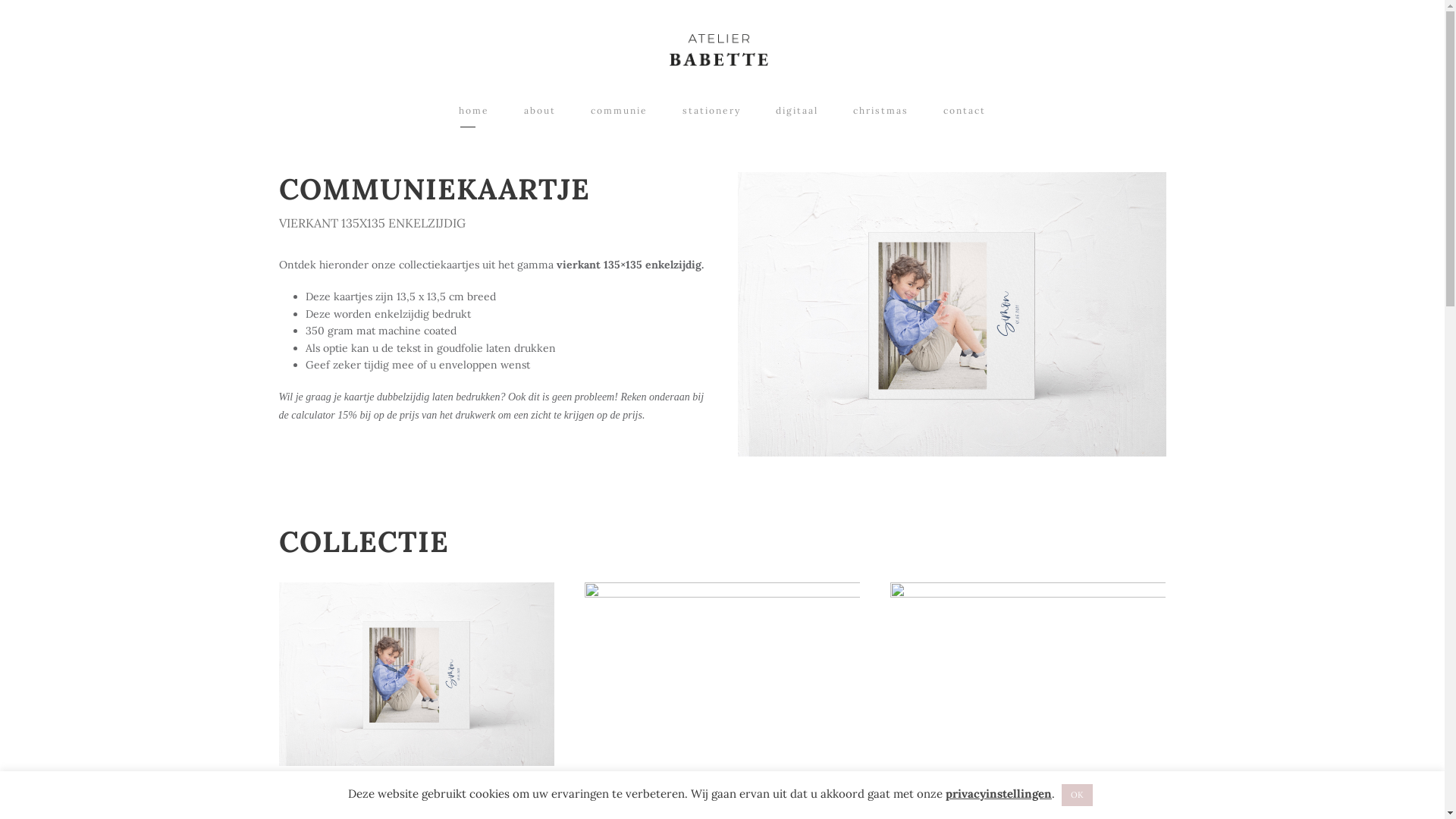 This screenshot has height=819, width=1456. I want to click on 'contact', so click(964, 113).